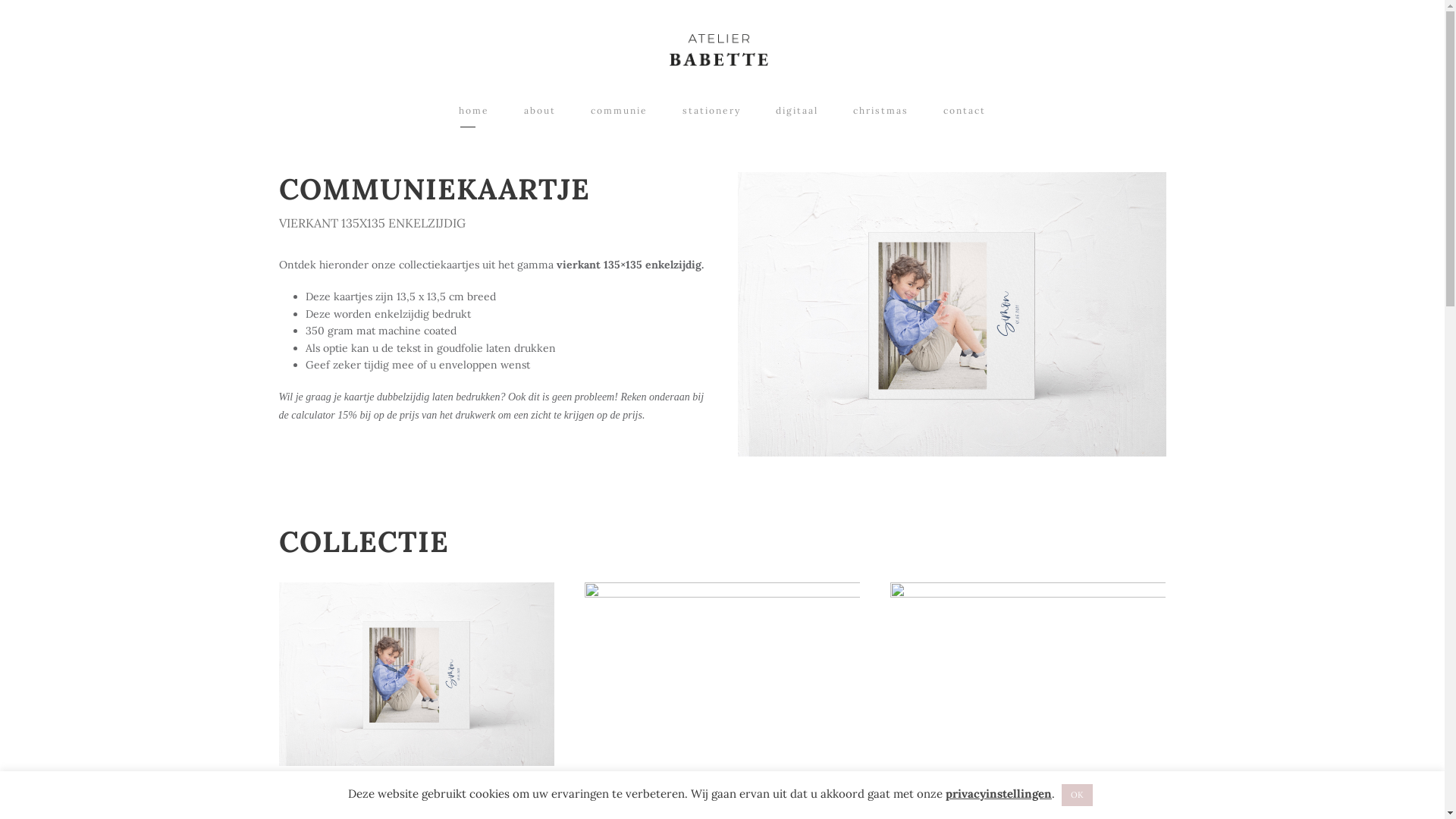 This screenshot has height=819, width=1456. I want to click on 'contact', so click(964, 113).